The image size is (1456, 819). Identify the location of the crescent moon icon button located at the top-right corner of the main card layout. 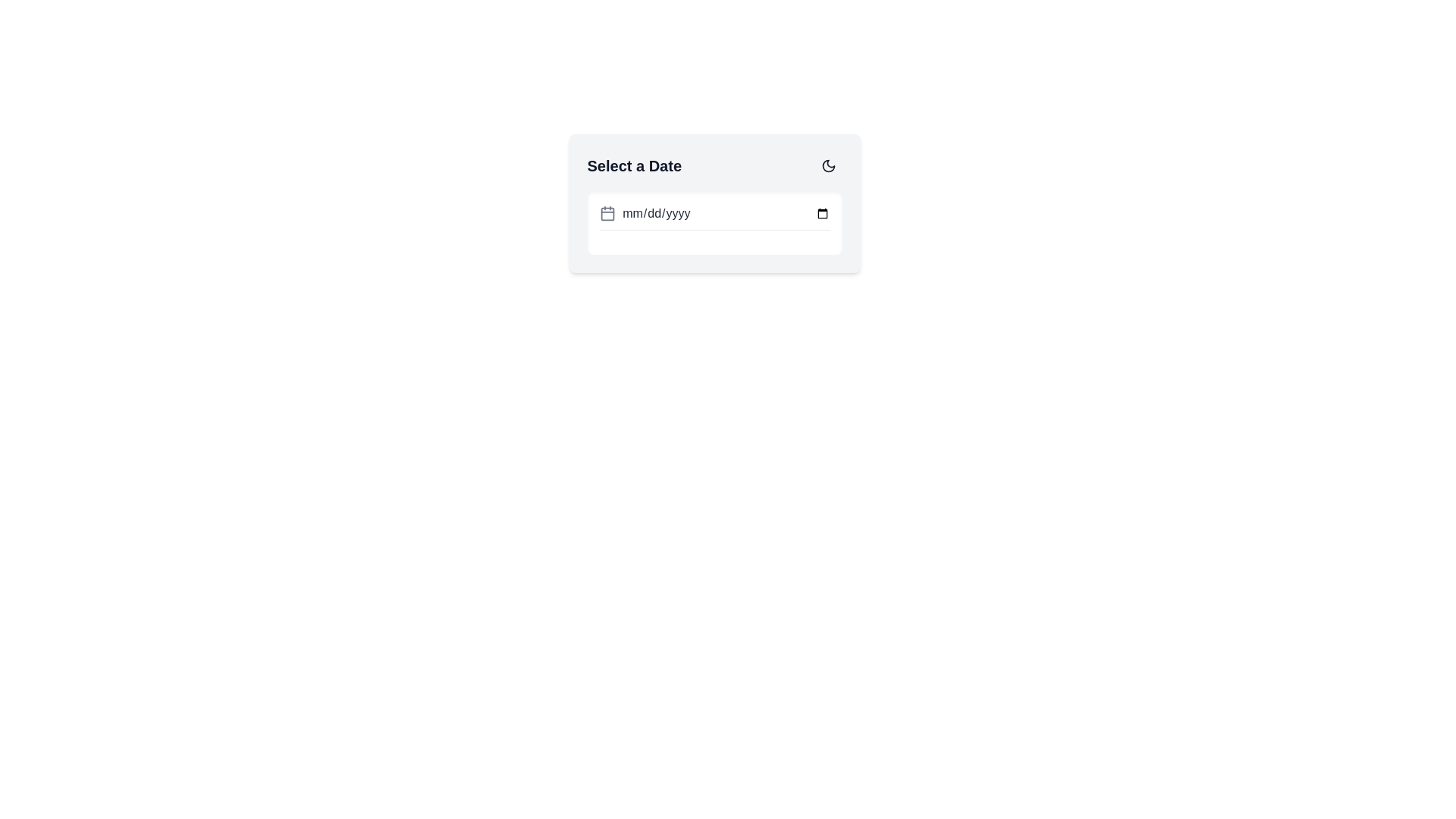
(827, 166).